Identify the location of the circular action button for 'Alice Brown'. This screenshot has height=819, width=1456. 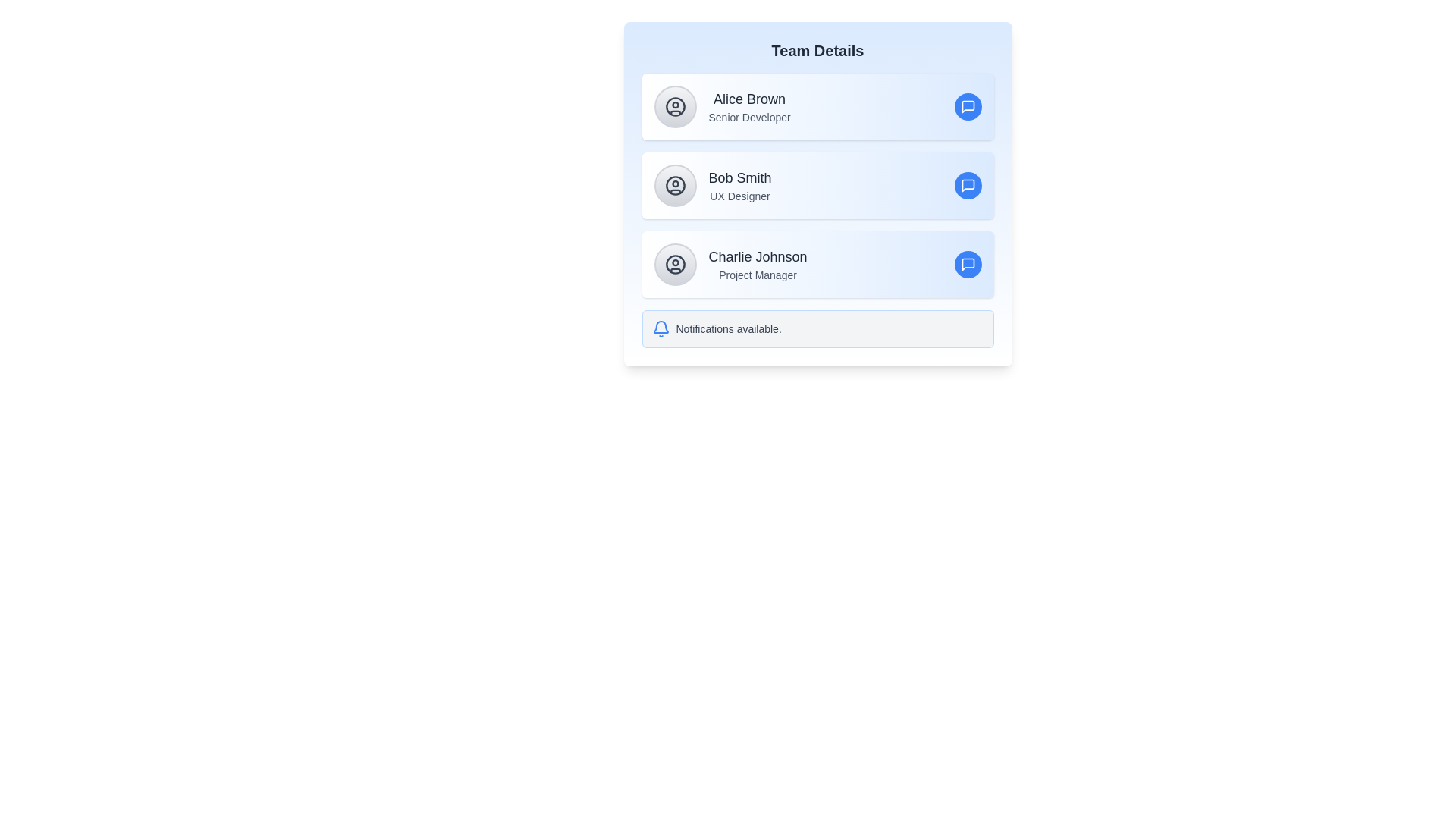
(967, 106).